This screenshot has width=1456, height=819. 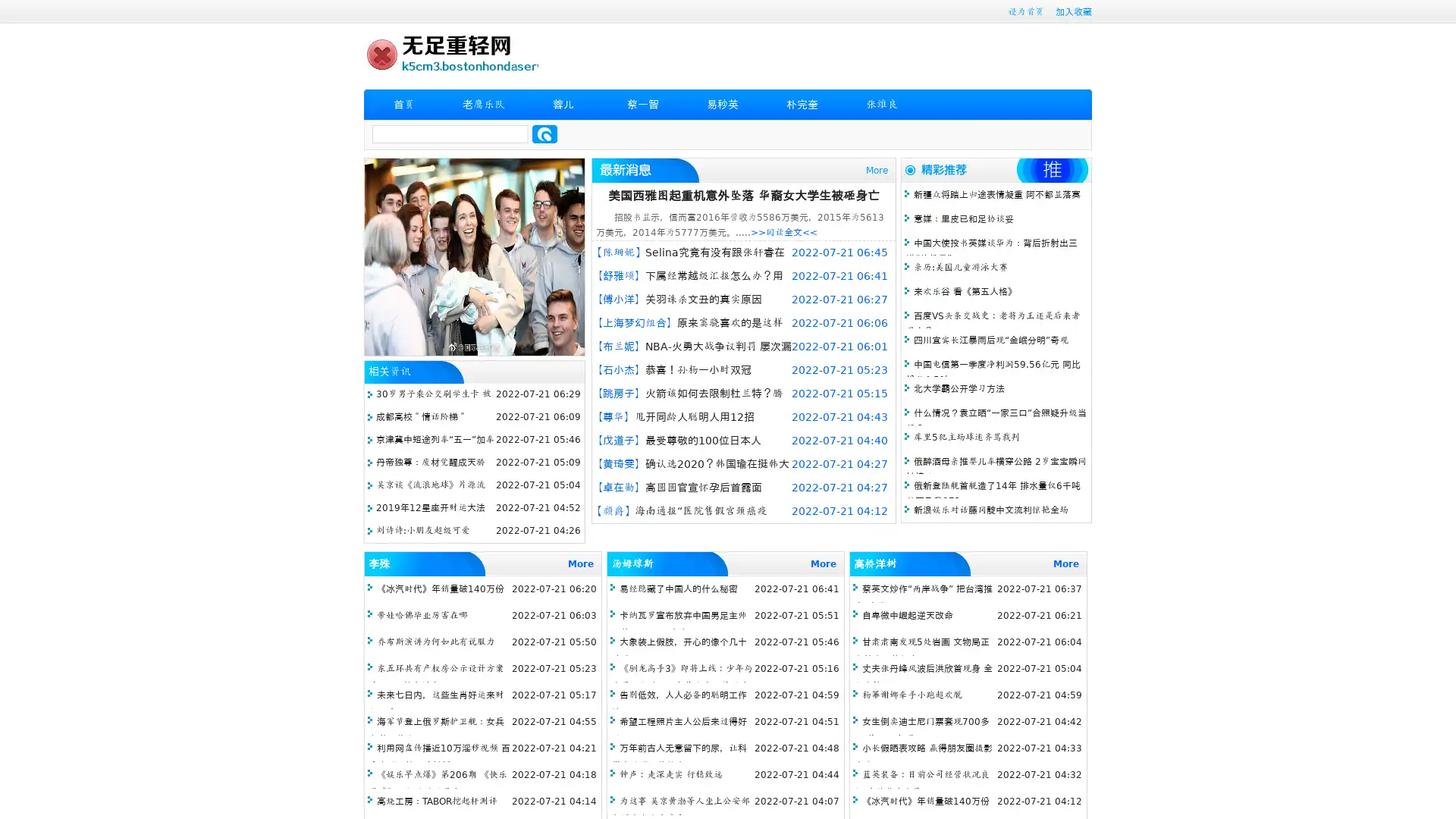 What do you see at coordinates (544, 133) in the screenshot?
I see `Search` at bounding box center [544, 133].